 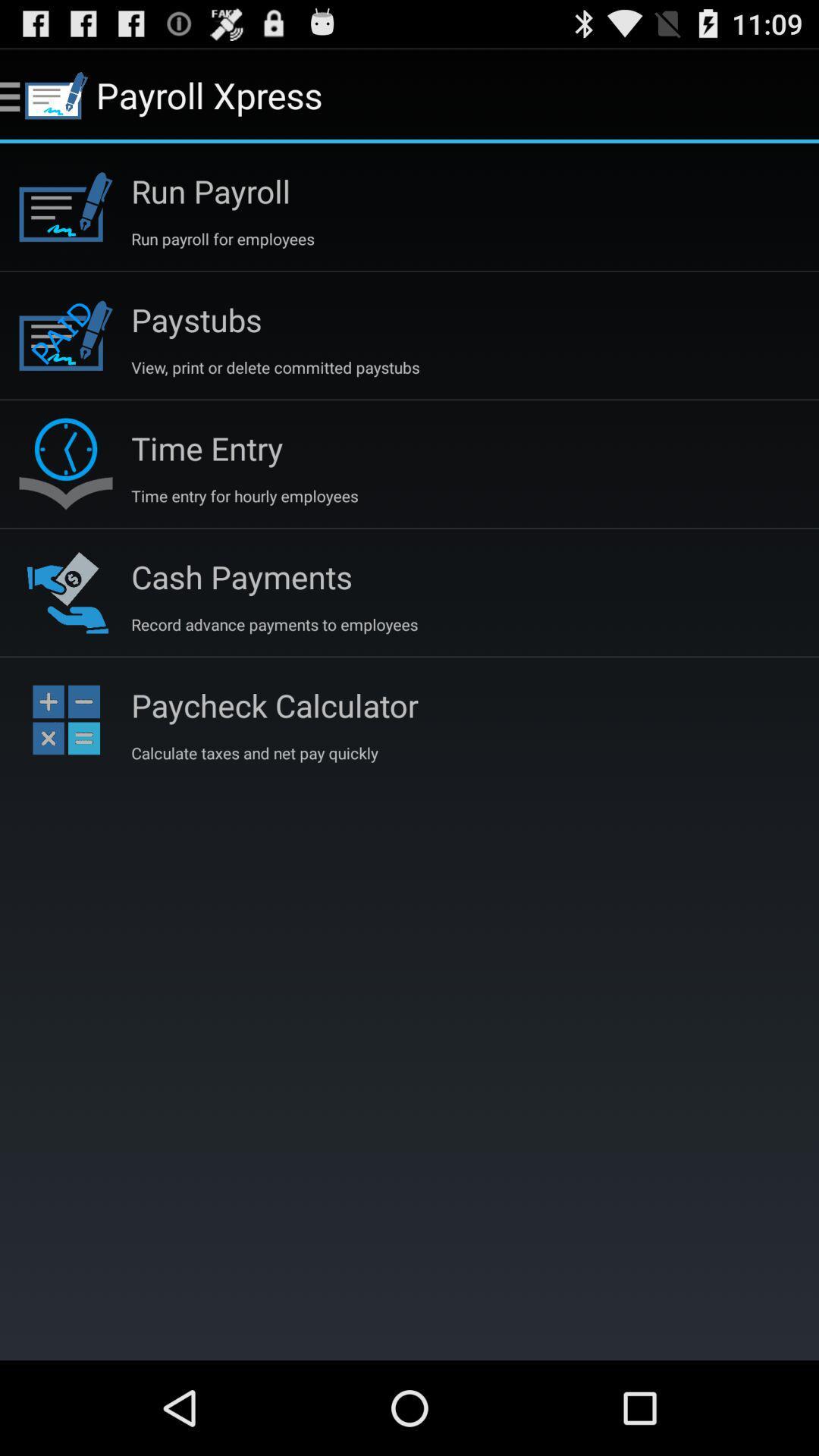 What do you see at coordinates (275, 704) in the screenshot?
I see `icon above the calculate taxes and item` at bounding box center [275, 704].